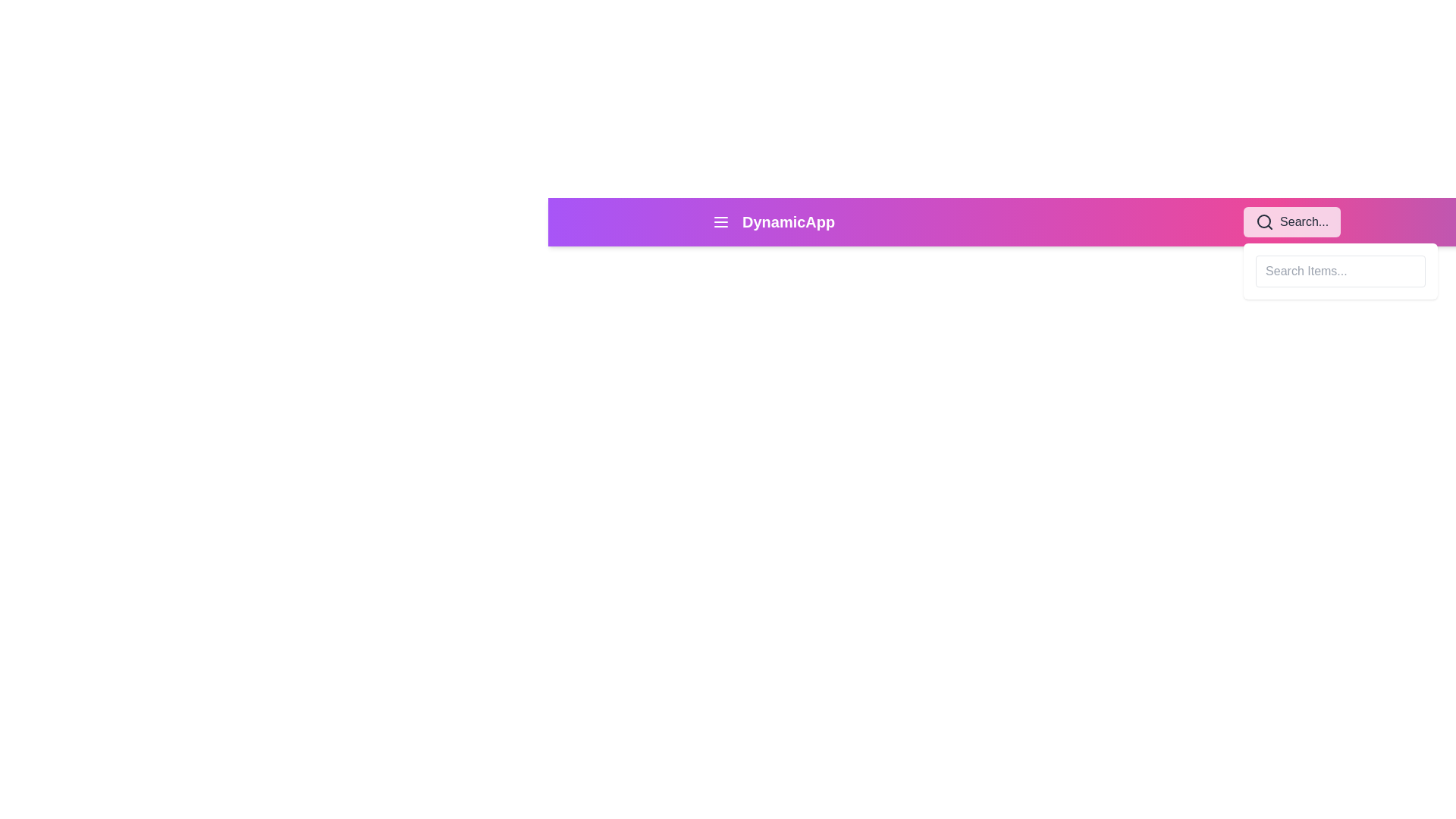  Describe the element at coordinates (789, 222) in the screenshot. I see `the 'DynamicApp' text label, which is displayed in bold, extra-large font within the top navigation bar, located to the right of the hamburger menu icon` at that location.